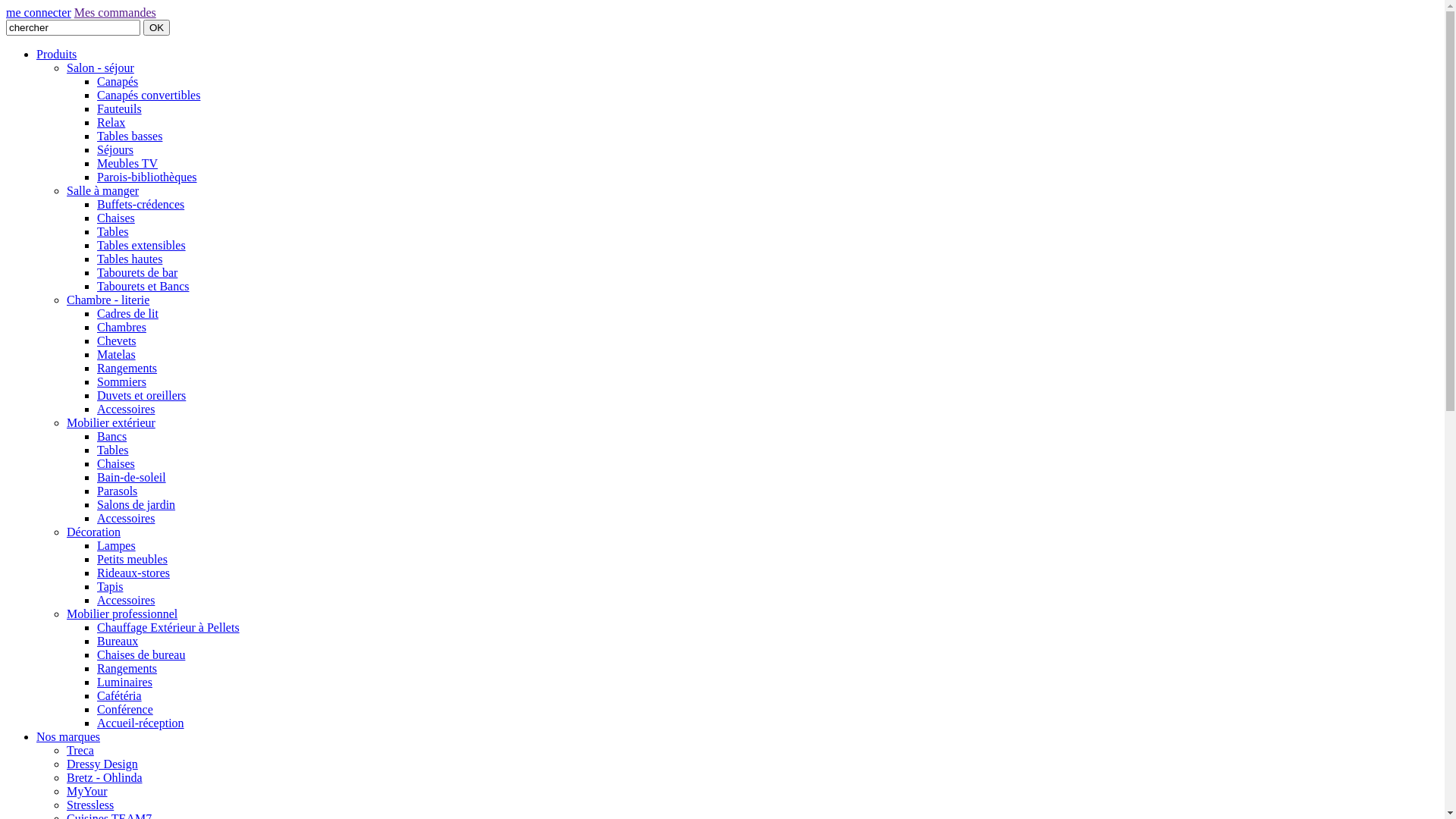  What do you see at coordinates (96, 135) in the screenshot?
I see `'Tables basses'` at bounding box center [96, 135].